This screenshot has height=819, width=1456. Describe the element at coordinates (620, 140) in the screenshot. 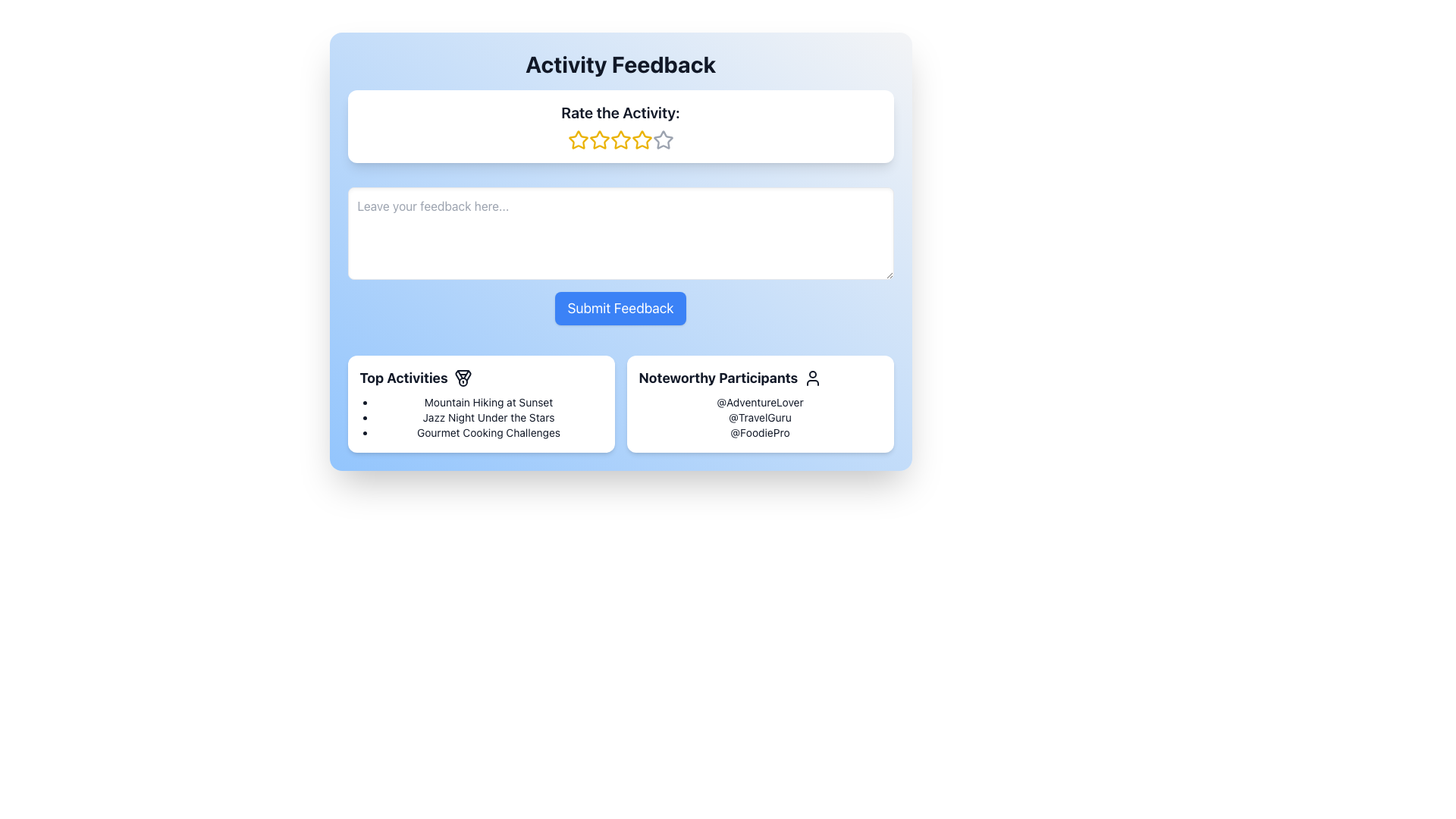

I see `the third yellow star icon` at that location.